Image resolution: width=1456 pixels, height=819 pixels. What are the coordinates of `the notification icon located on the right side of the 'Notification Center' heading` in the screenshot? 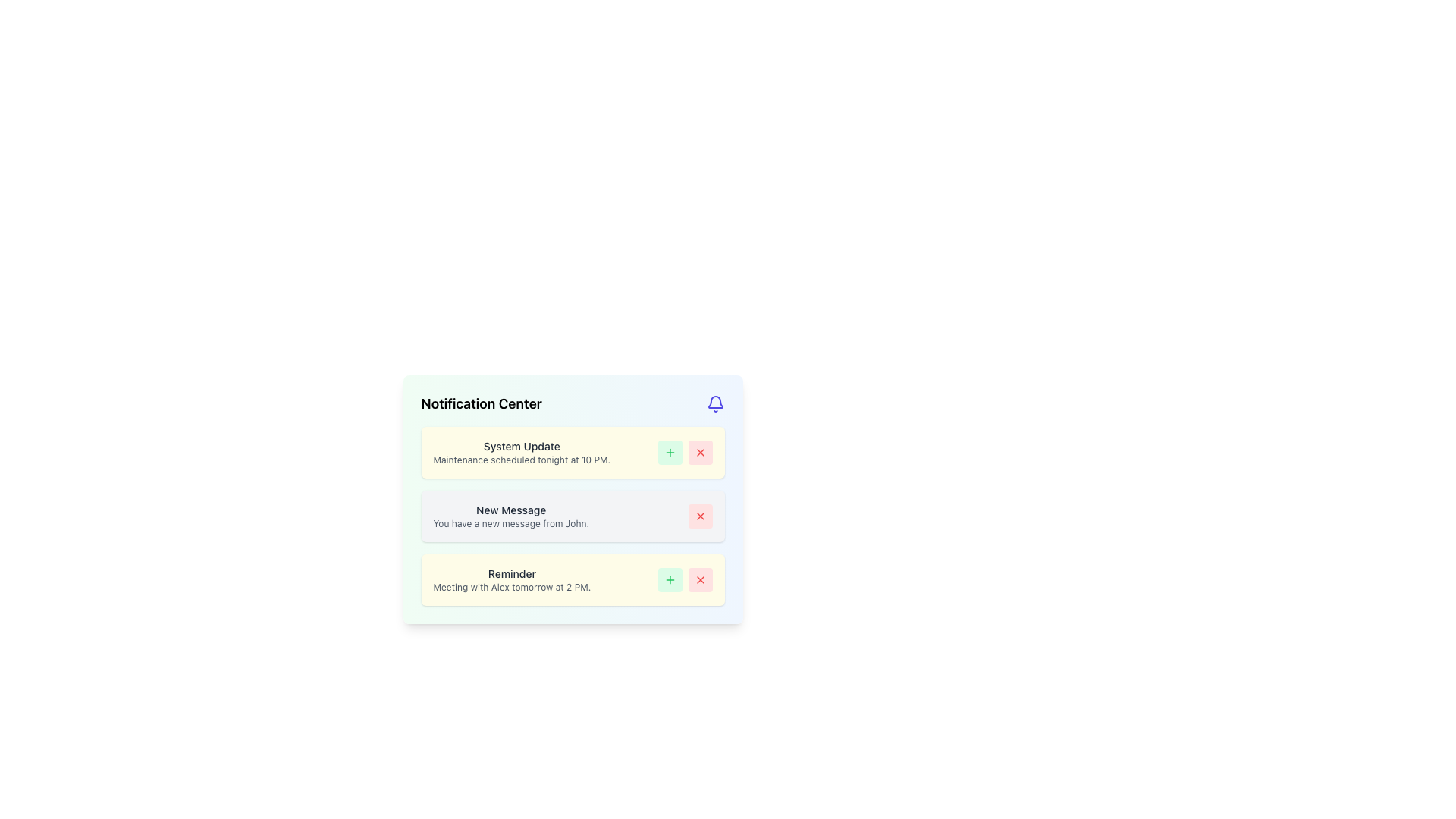 It's located at (714, 403).